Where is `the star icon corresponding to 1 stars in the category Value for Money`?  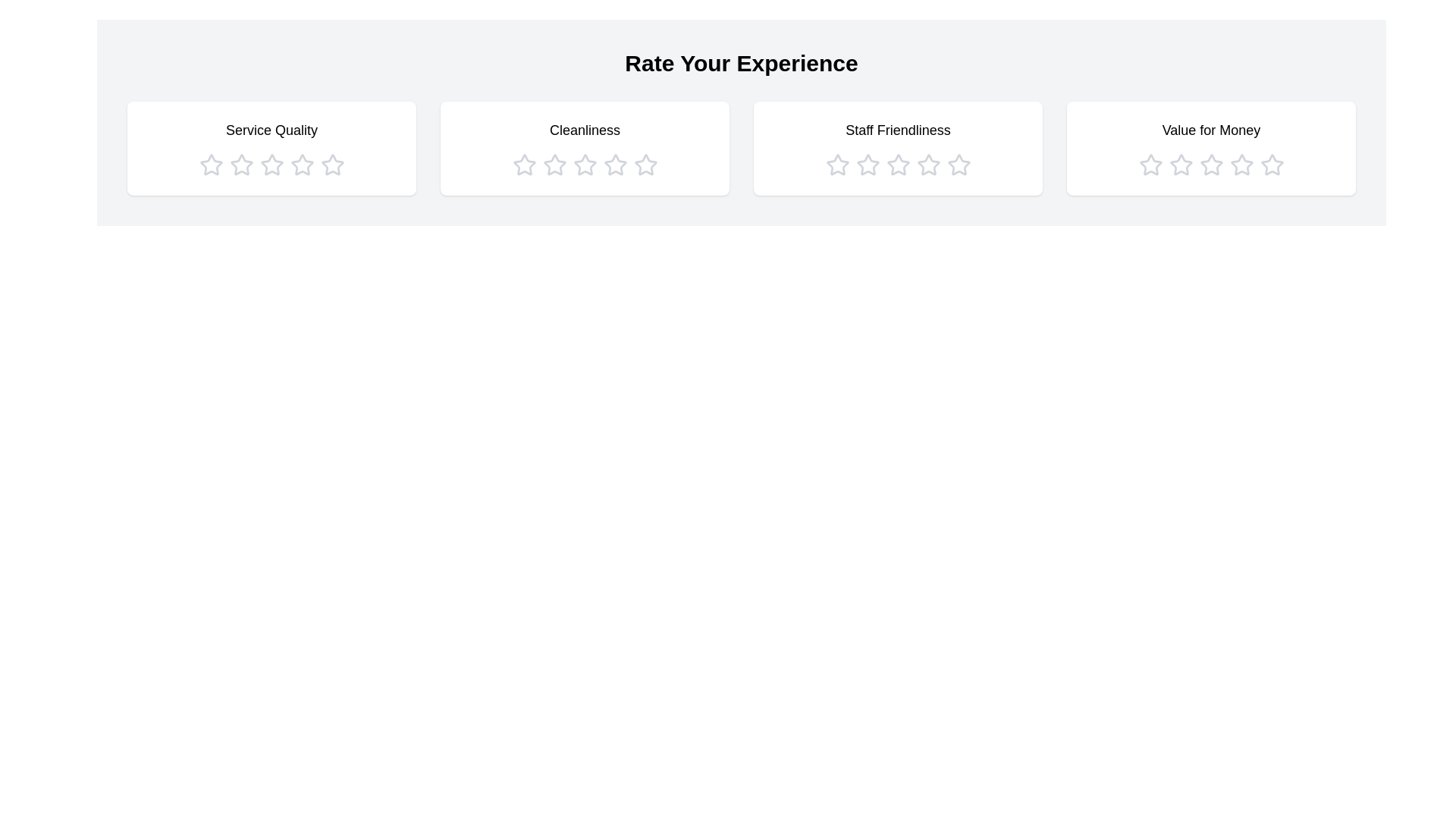 the star icon corresponding to 1 stars in the category Value for Money is located at coordinates (1150, 165).